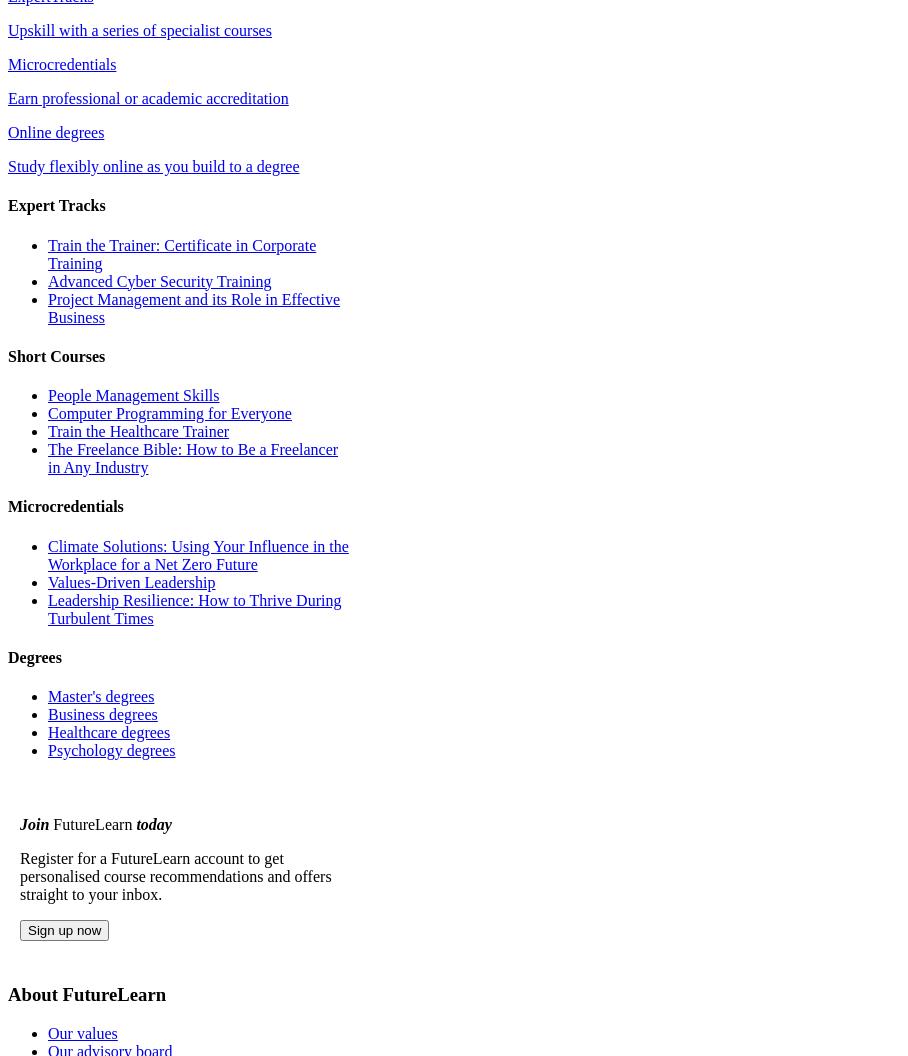  Describe the element at coordinates (91, 824) in the screenshot. I see `'FutureLearn'` at that location.